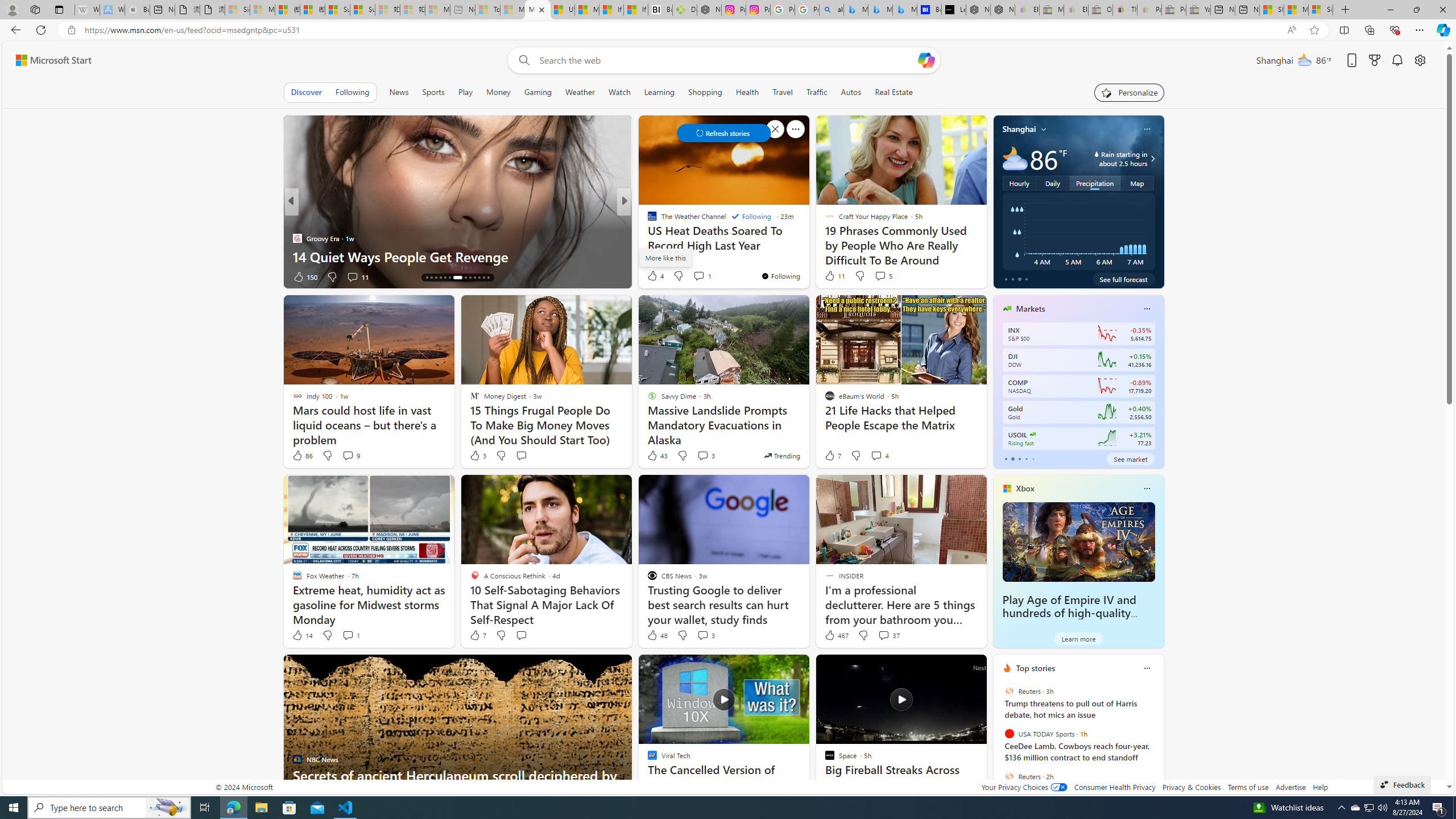 The width and height of the screenshot is (1456, 819). I want to click on 'Microsoft Services Agreement - Sleeping', so click(262, 9).